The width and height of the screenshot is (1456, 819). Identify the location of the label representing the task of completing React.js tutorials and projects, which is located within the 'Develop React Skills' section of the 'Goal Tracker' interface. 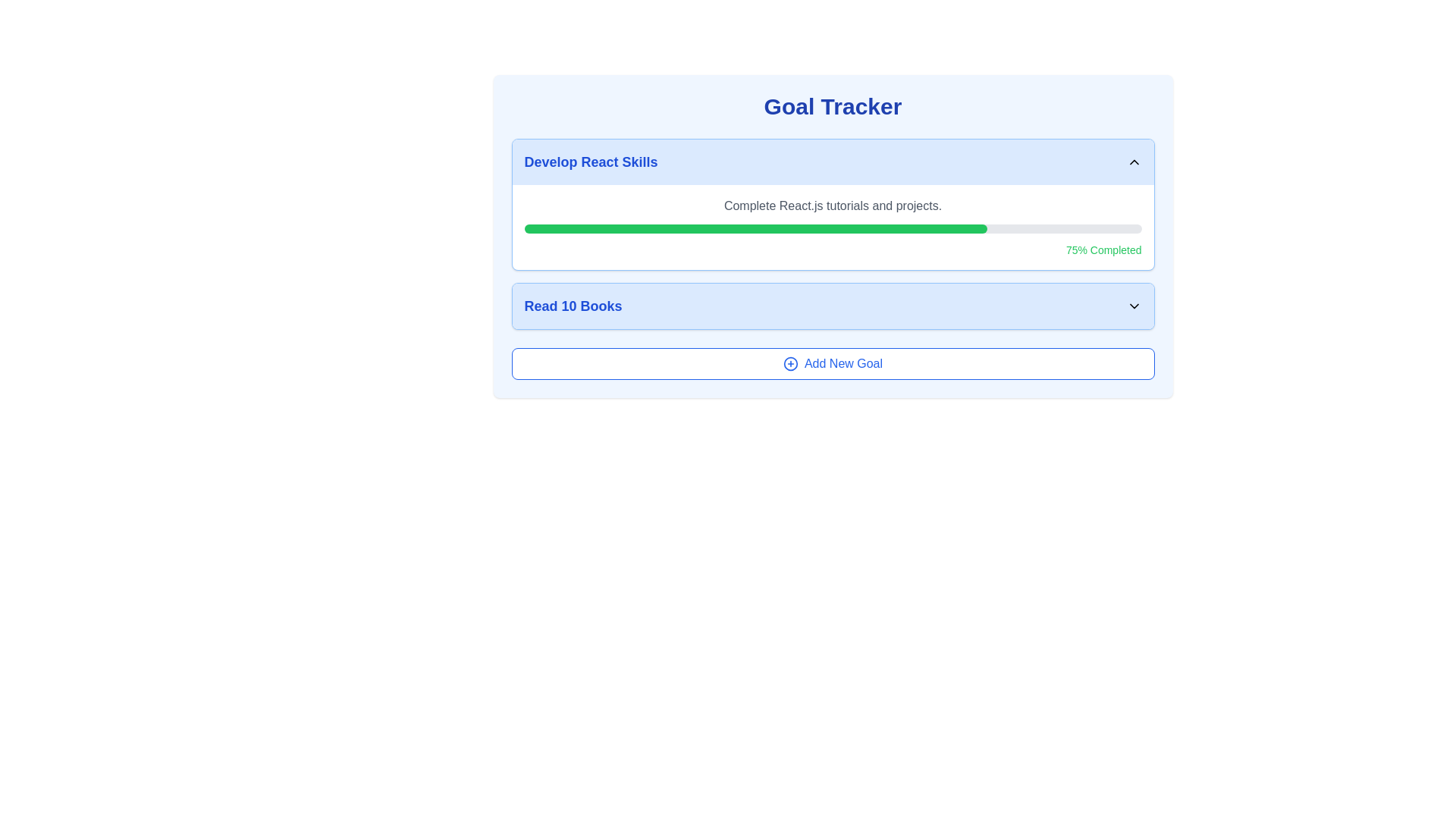
(832, 206).